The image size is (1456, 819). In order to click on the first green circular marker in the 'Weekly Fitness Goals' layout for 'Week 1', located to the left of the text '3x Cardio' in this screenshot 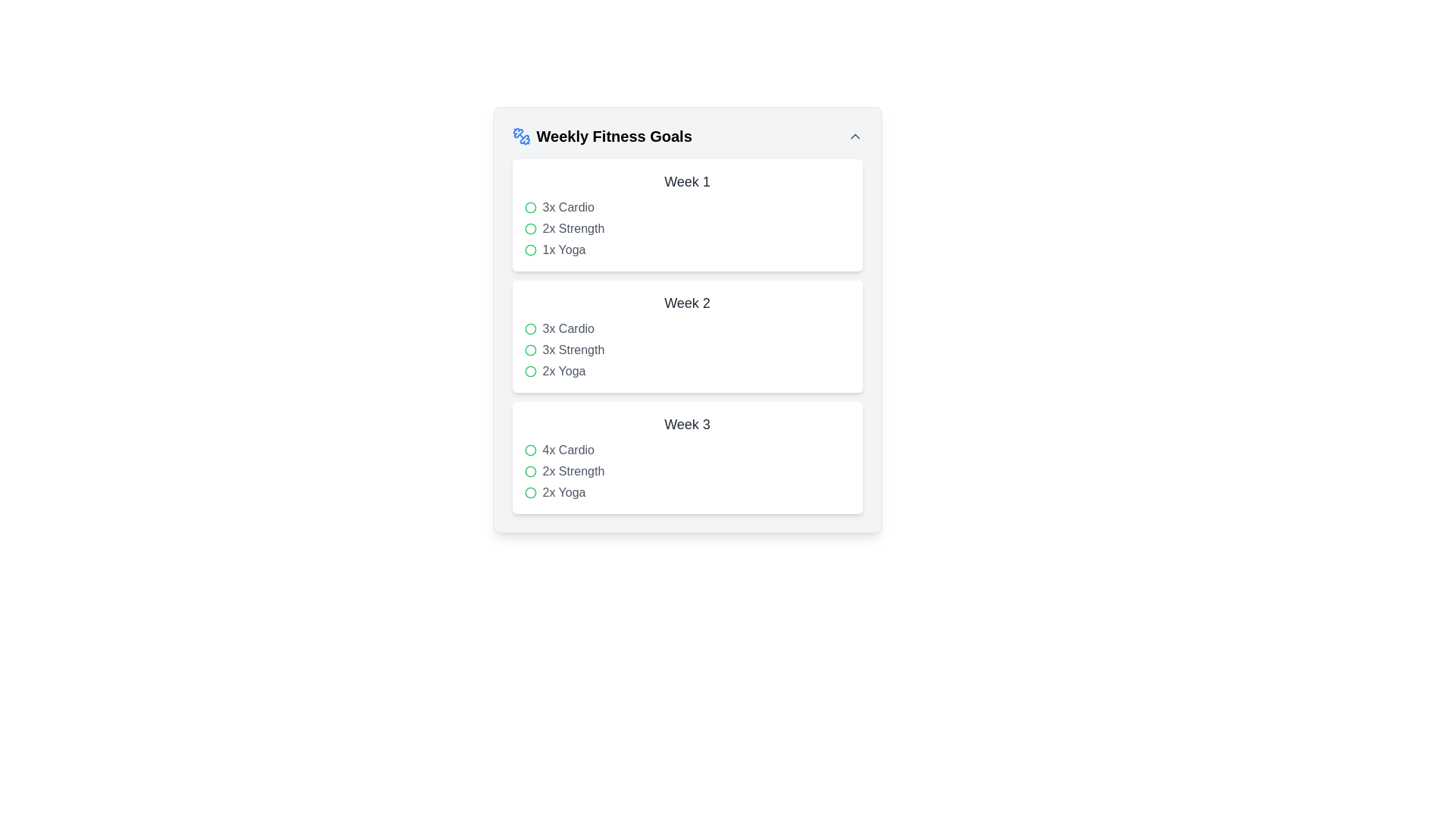, I will do `click(530, 207)`.